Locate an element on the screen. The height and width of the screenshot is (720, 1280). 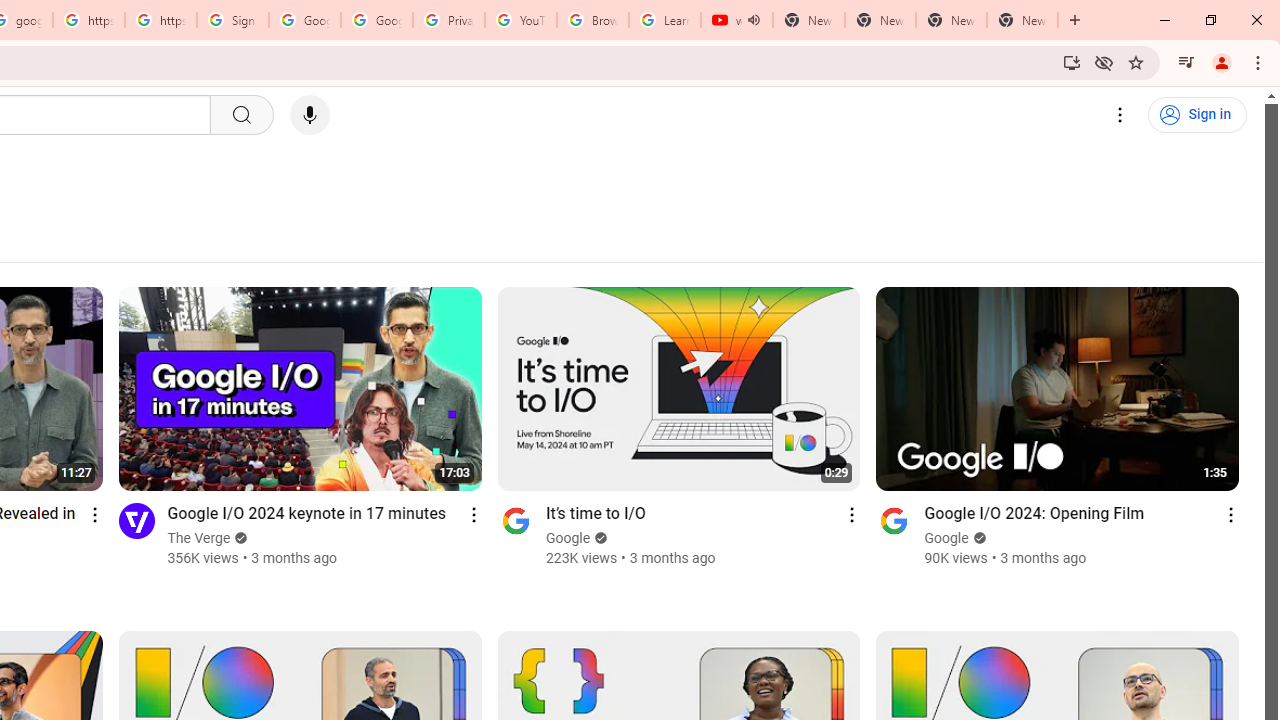
'YouTube' is located at coordinates (520, 20).